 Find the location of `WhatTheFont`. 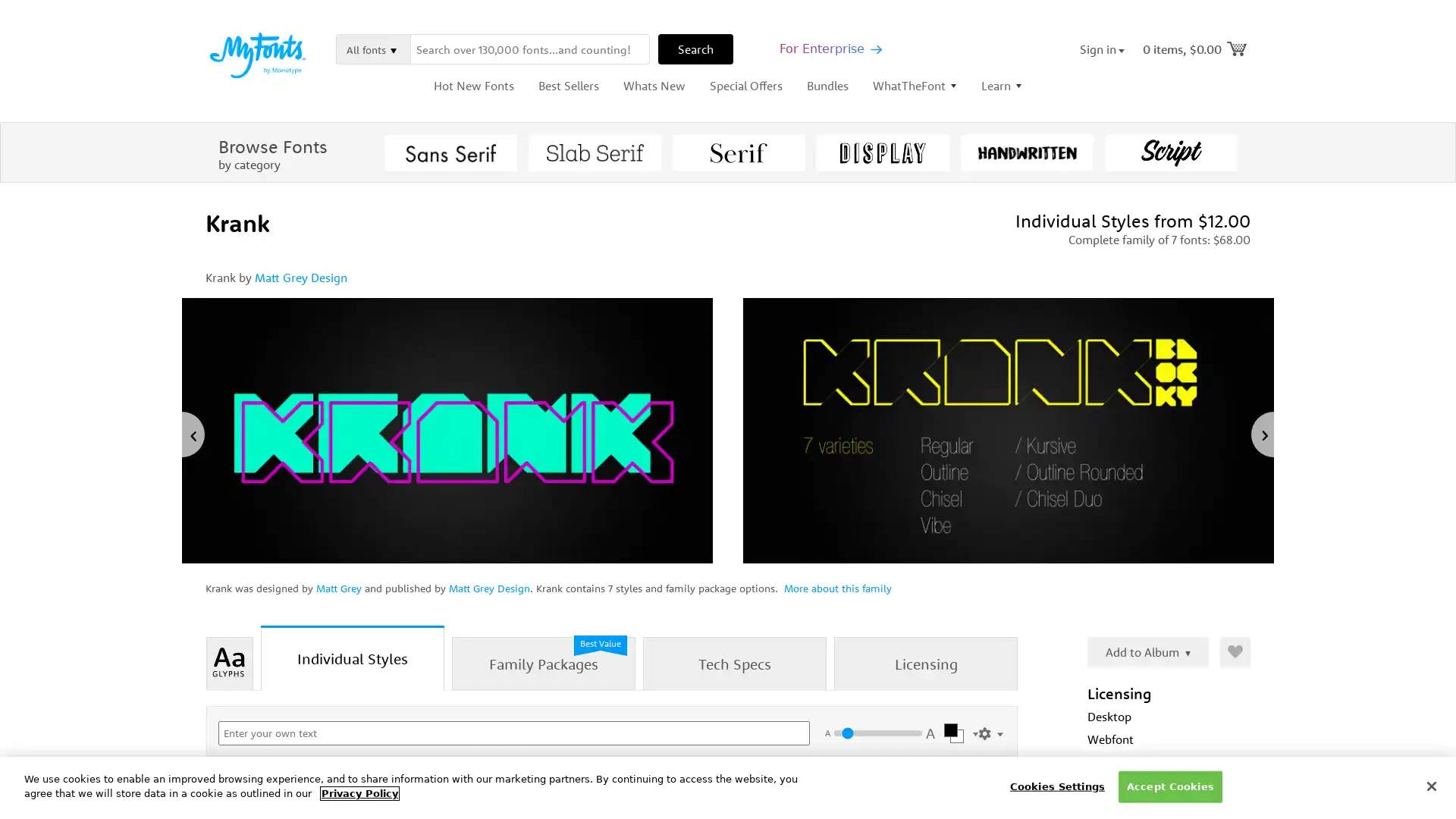

WhatTheFont is located at coordinates (914, 85).